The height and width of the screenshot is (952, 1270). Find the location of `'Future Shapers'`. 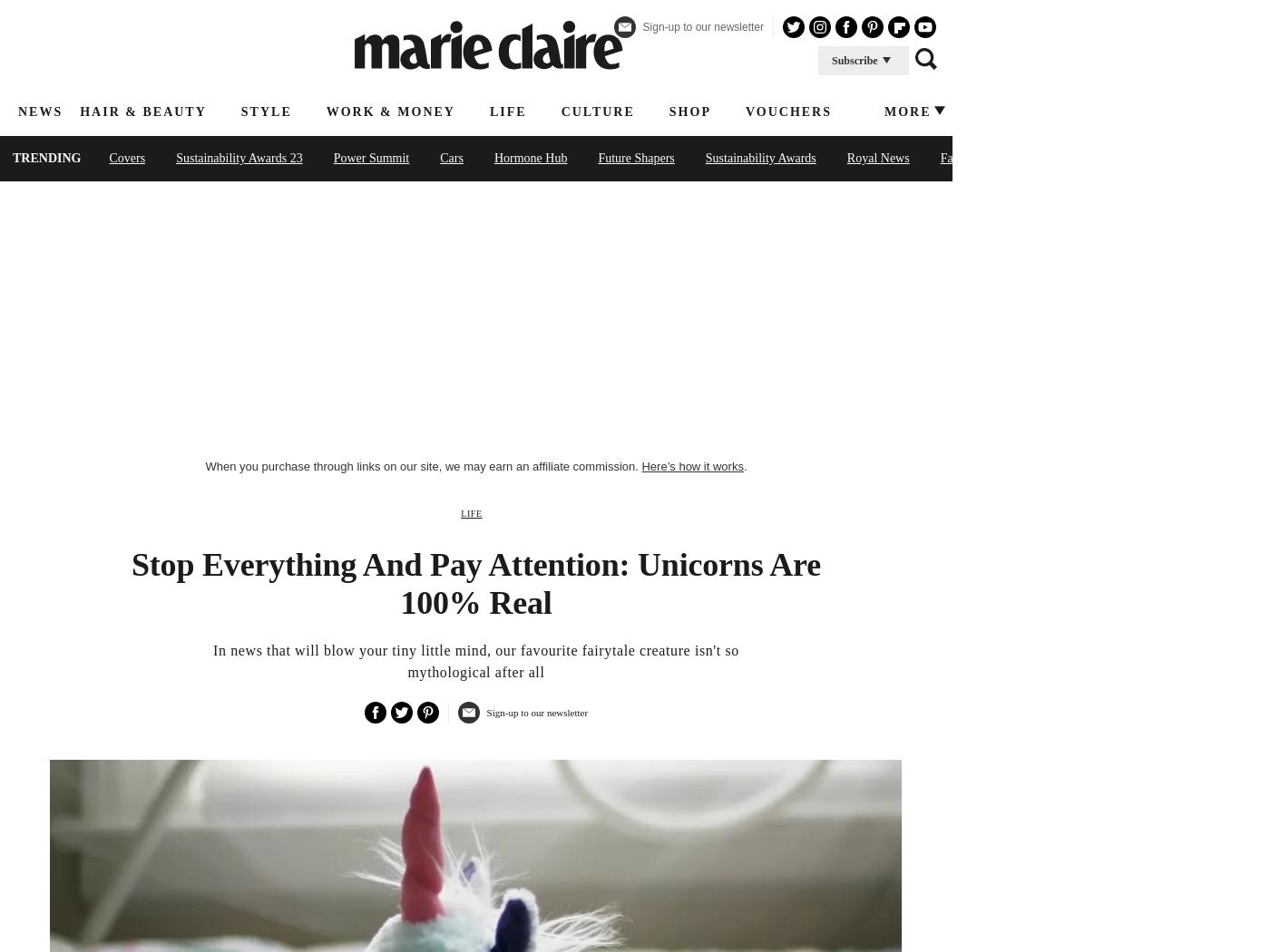

'Future Shapers' is located at coordinates (635, 158).